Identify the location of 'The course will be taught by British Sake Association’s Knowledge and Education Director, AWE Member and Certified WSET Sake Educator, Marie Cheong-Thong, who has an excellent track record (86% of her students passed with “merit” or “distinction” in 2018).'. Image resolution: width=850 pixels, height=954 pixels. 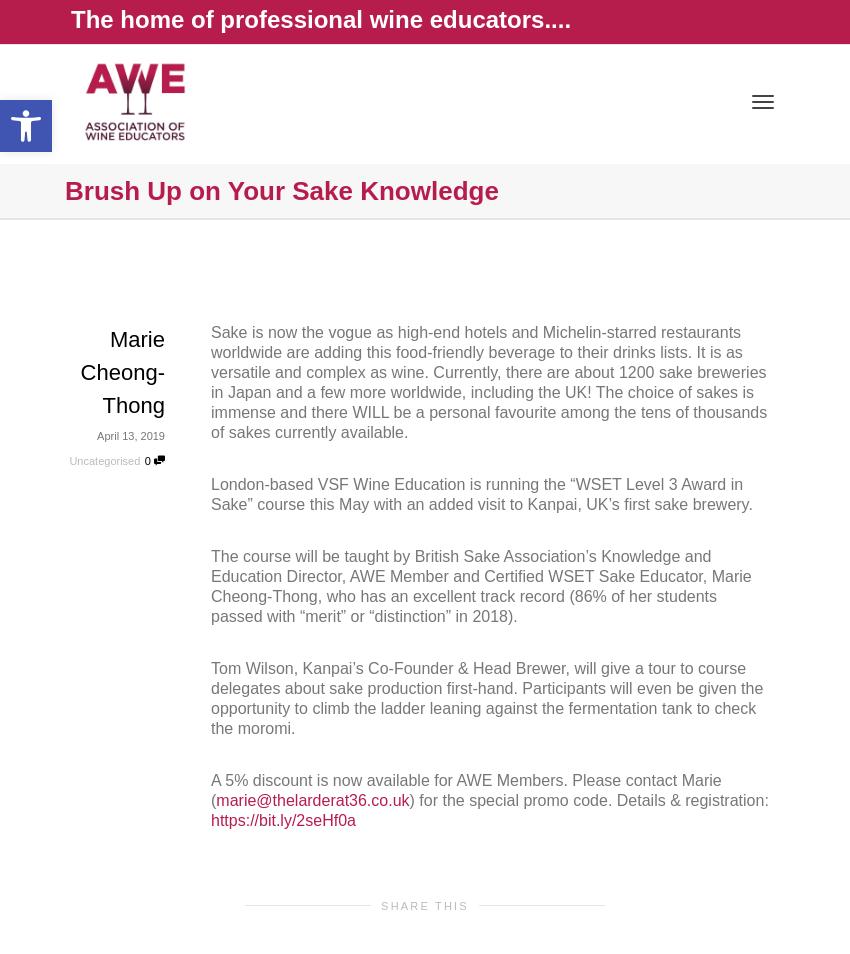
(209, 585).